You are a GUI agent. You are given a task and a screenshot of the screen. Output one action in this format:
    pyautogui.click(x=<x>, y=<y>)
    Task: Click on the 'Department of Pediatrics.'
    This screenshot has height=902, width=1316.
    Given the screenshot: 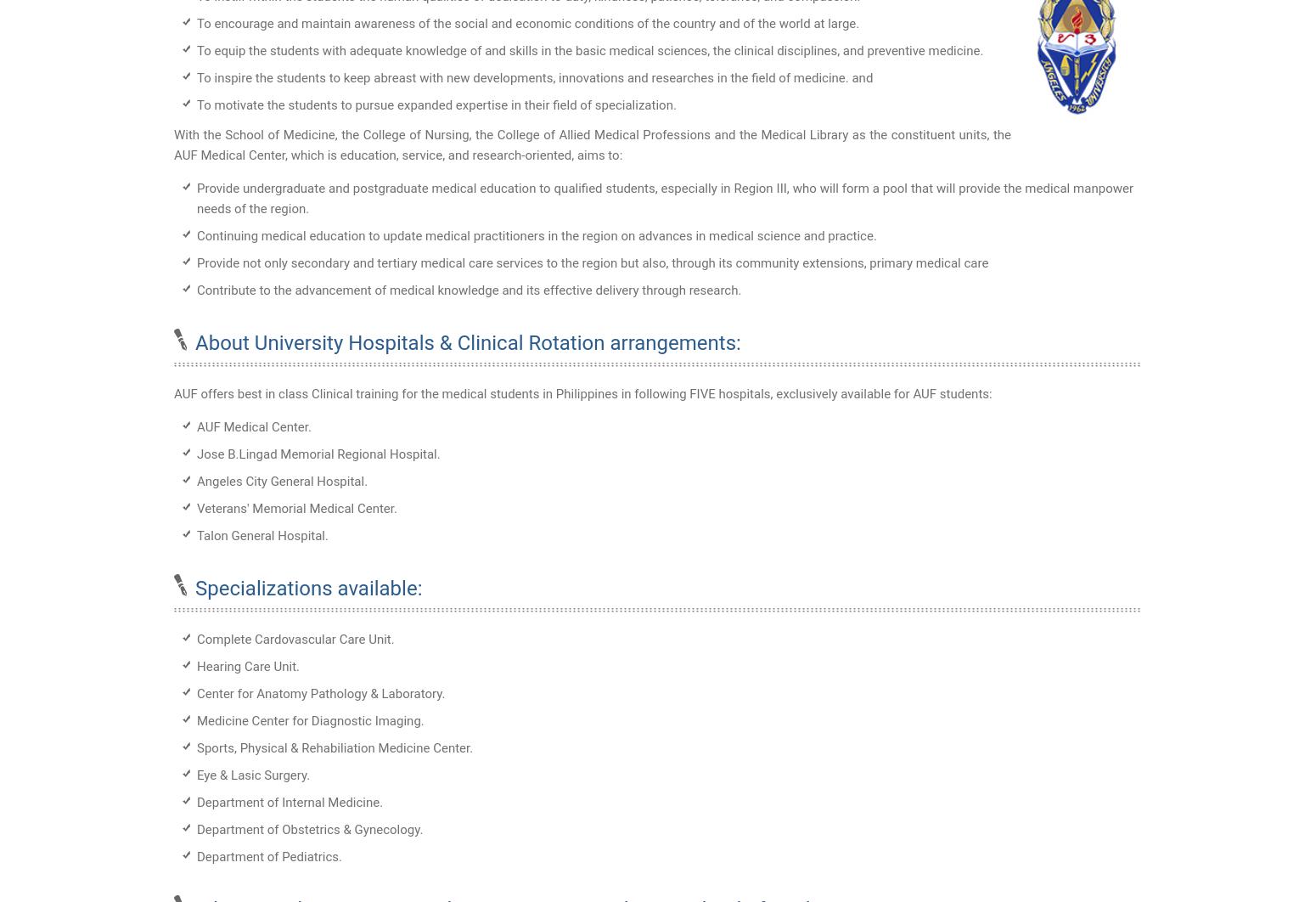 What is the action you would take?
    pyautogui.click(x=268, y=856)
    